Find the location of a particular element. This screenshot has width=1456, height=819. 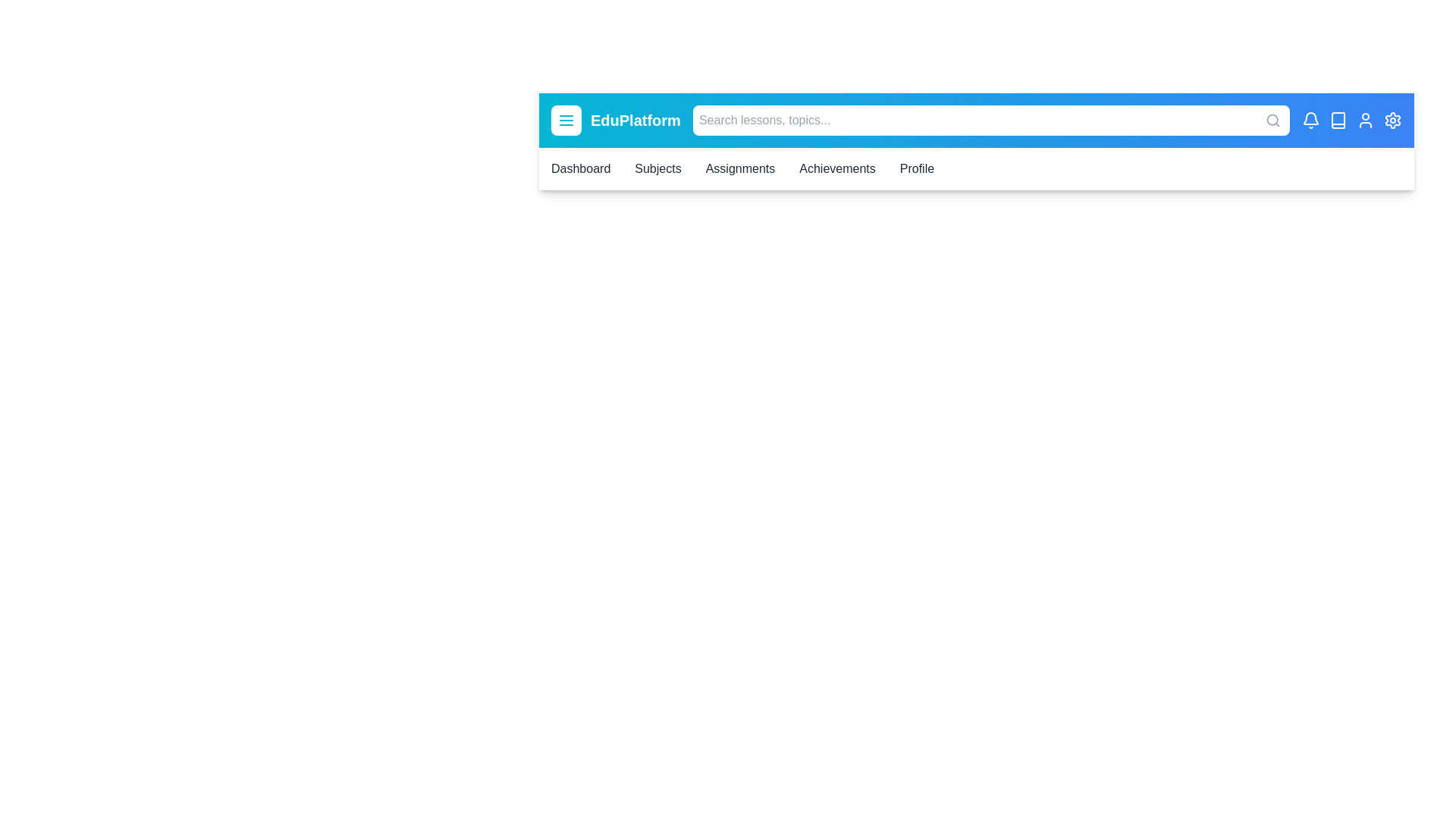

the menu button to toggle the navigation menu is located at coordinates (566, 119).